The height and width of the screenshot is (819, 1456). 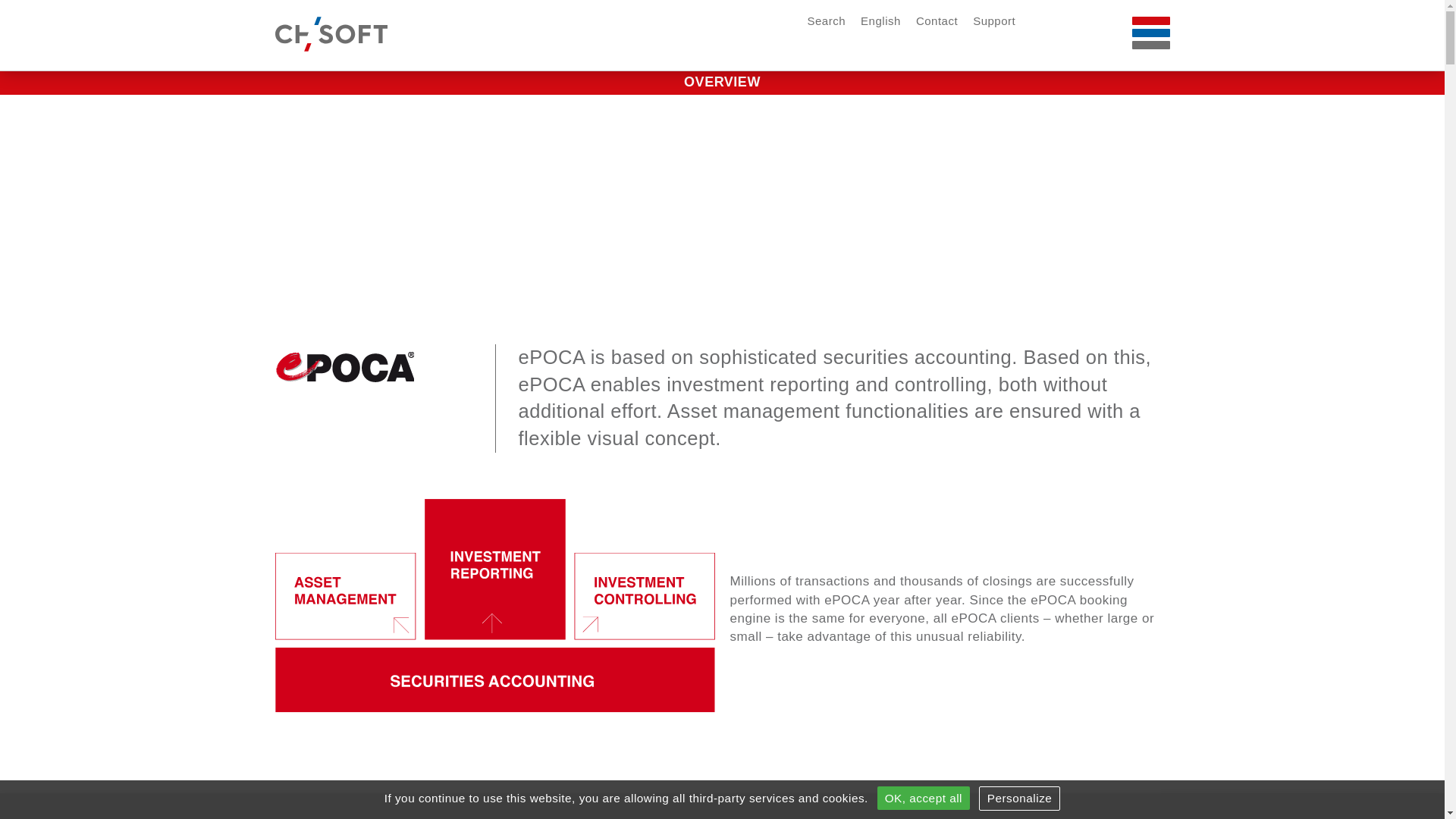 What do you see at coordinates (880, 20) in the screenshot?
I see `'English'` at bounding box center [880, 20].